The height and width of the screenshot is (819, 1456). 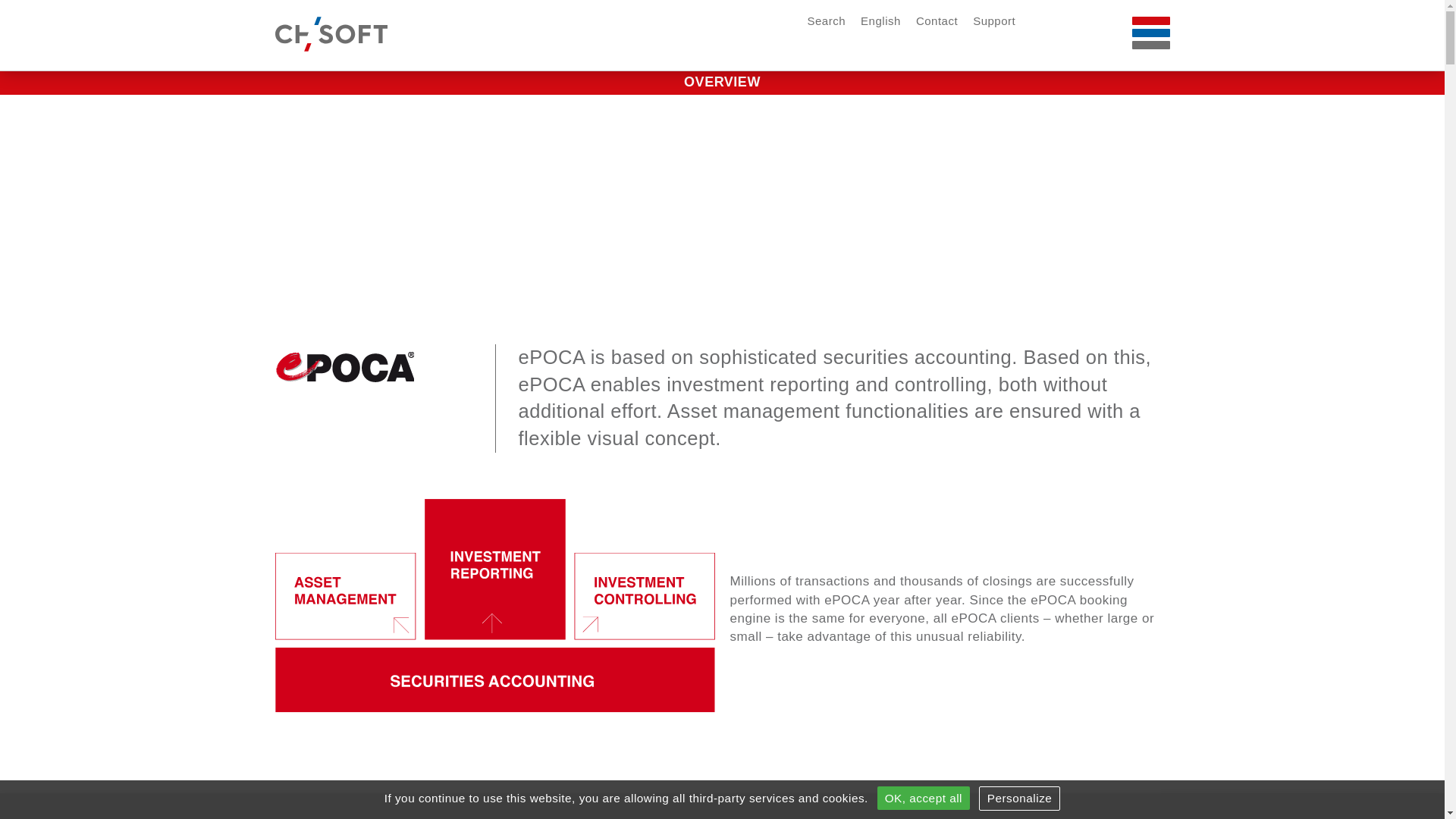 What do you see at coordinates (880, 20) in the screenshot?
I see `'English'` at bounding box center [880, 20].